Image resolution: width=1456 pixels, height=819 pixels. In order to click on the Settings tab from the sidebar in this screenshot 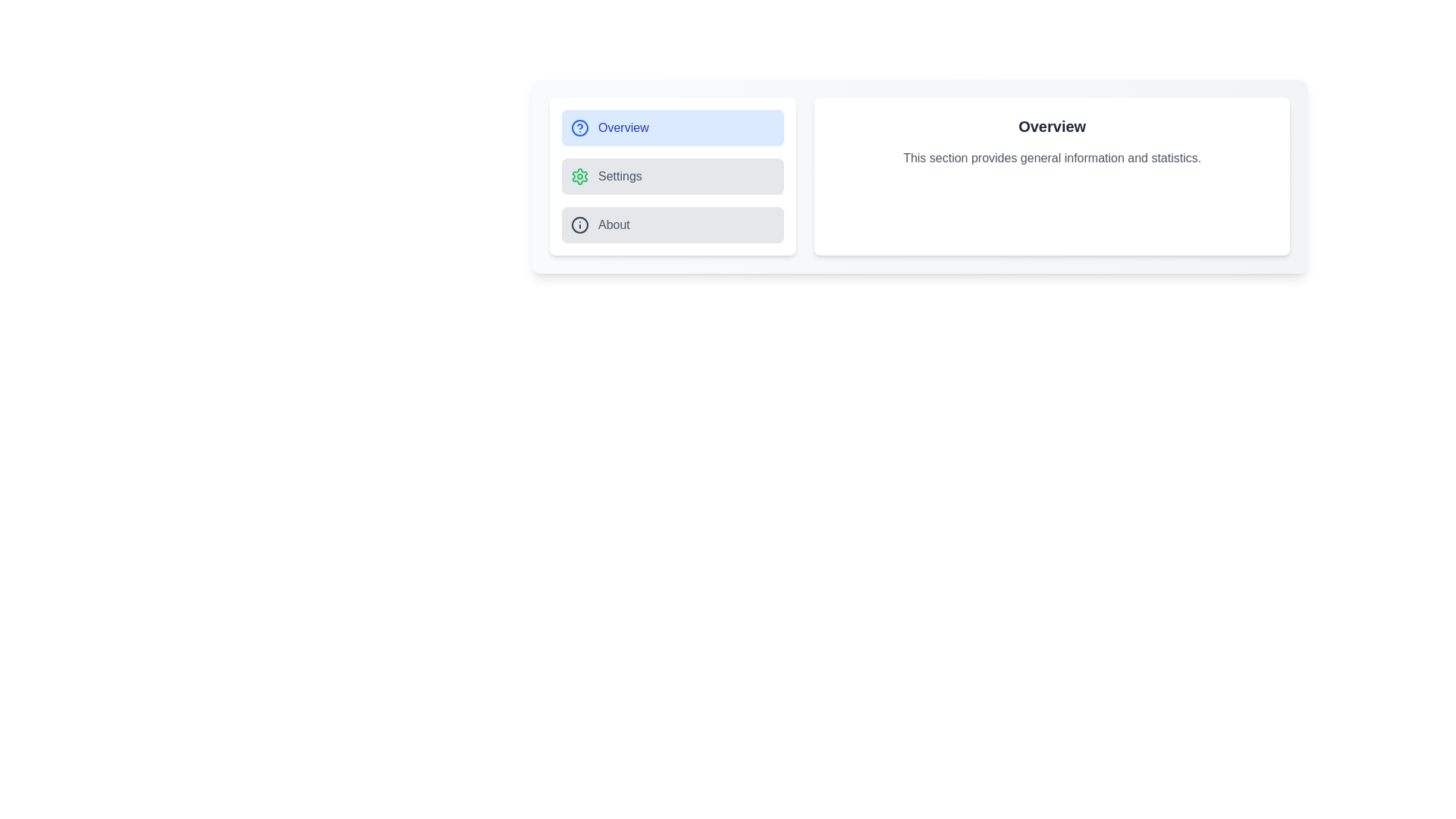, I will do `click(672, 175)`.